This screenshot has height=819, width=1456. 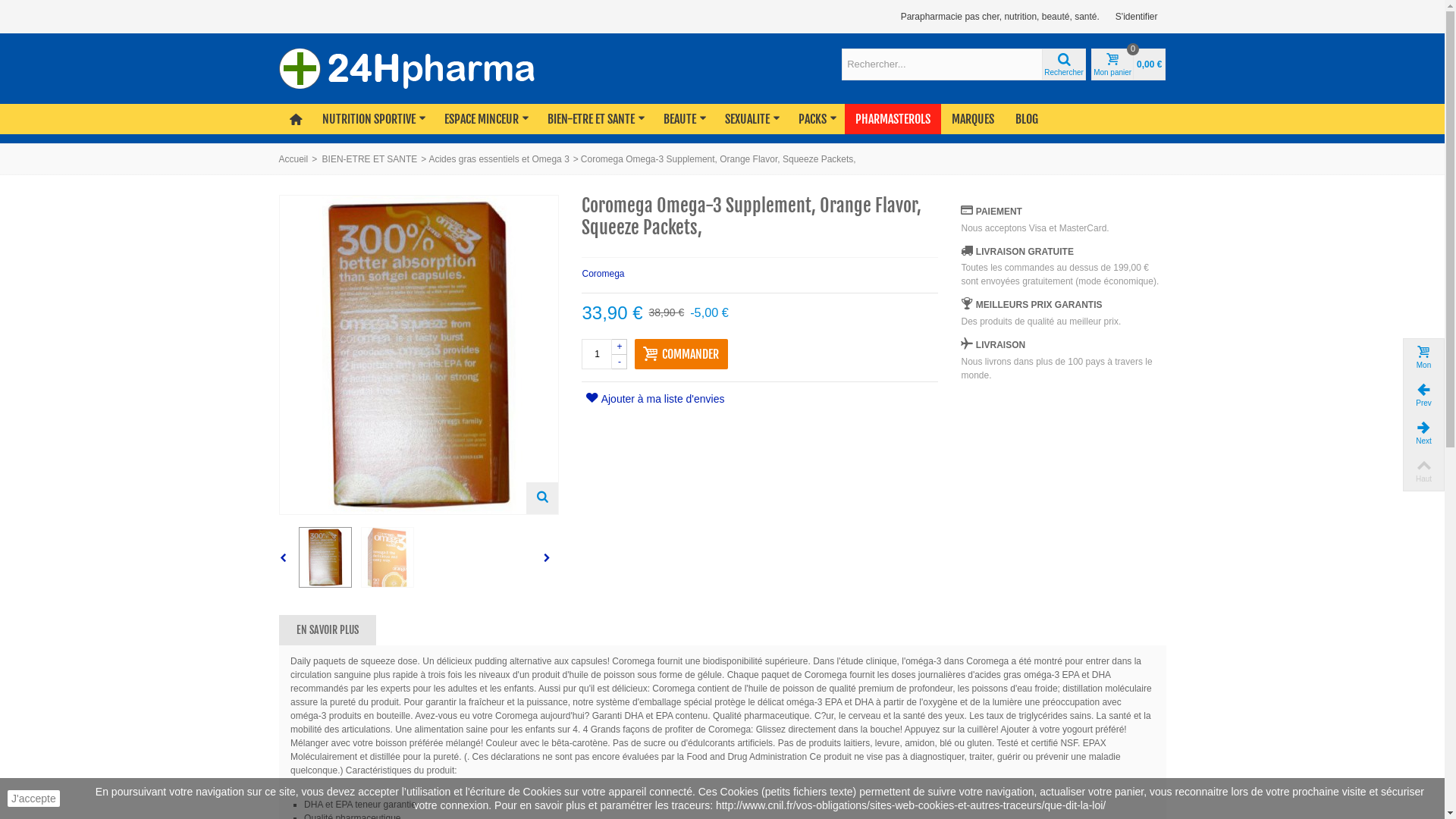 What do you see at coordinates (7, 798) in the screenshot?
I see `'J'accepte'` at bounding box center [7, 798].